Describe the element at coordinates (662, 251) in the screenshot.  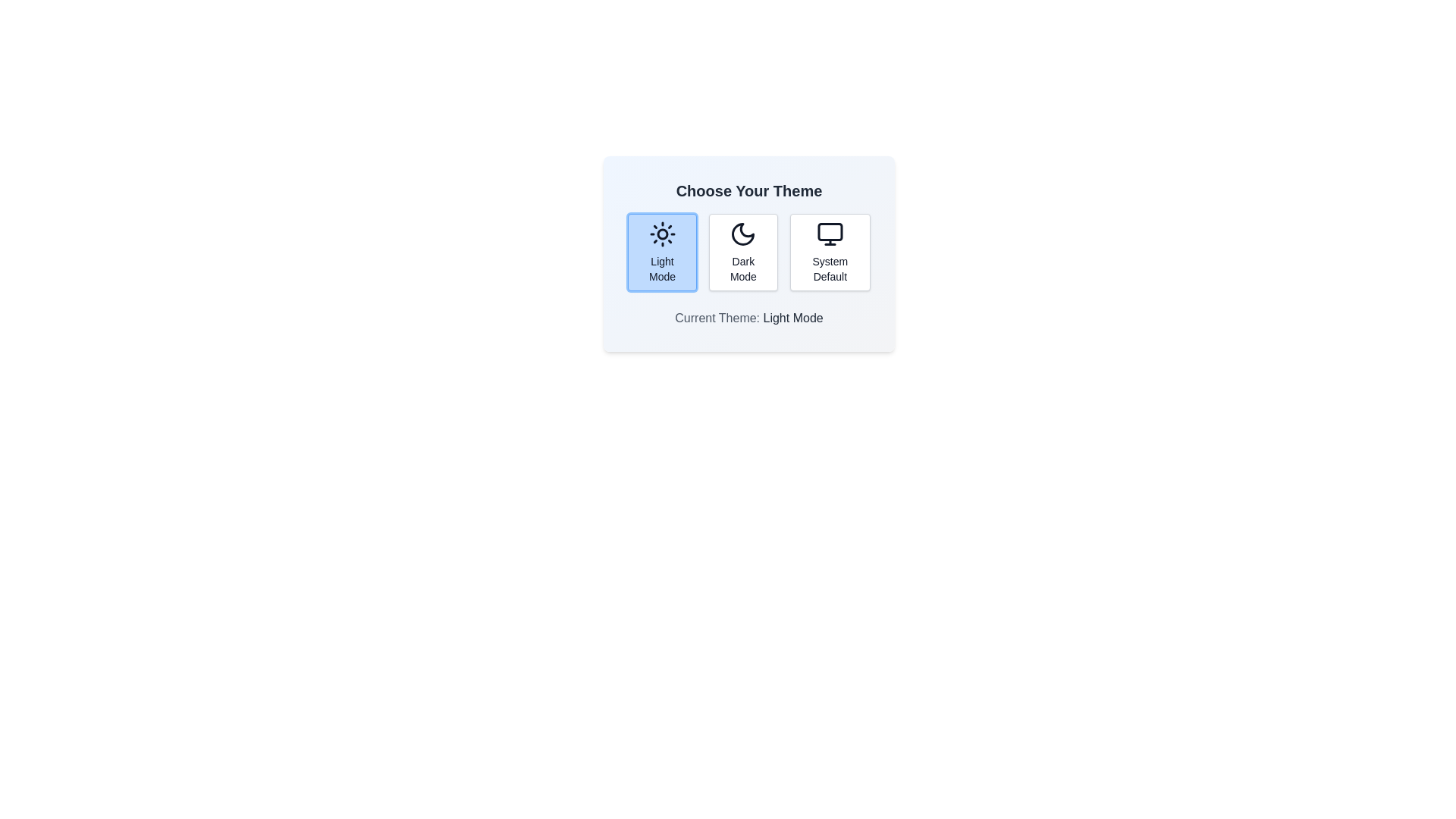
I see `the button corresponding to the theme Light Mode` at that location.